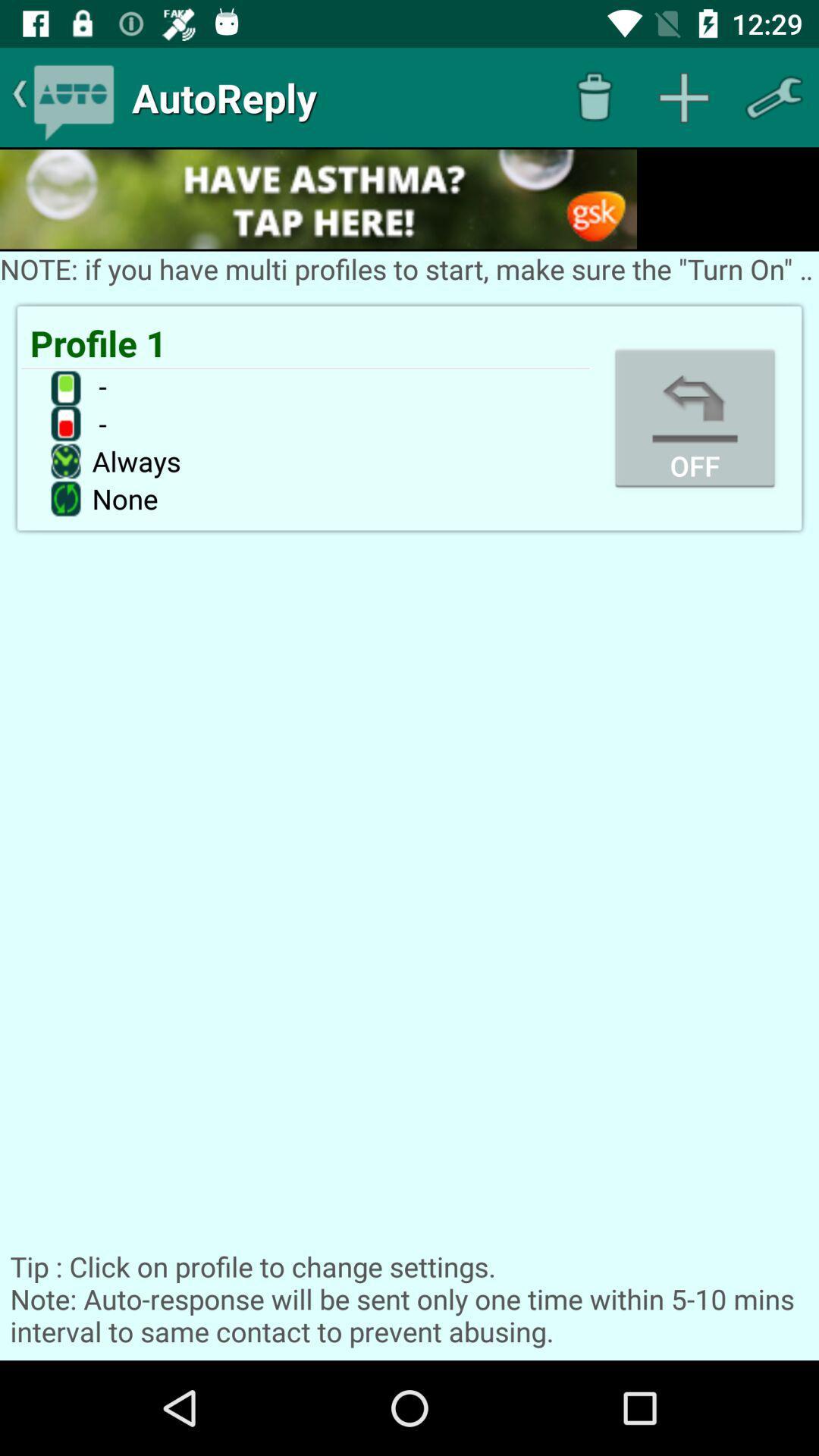  What do you see at coordinates (318, 198) in the screenshot?
I see `access advertisement` at bounding box center [318, 198].